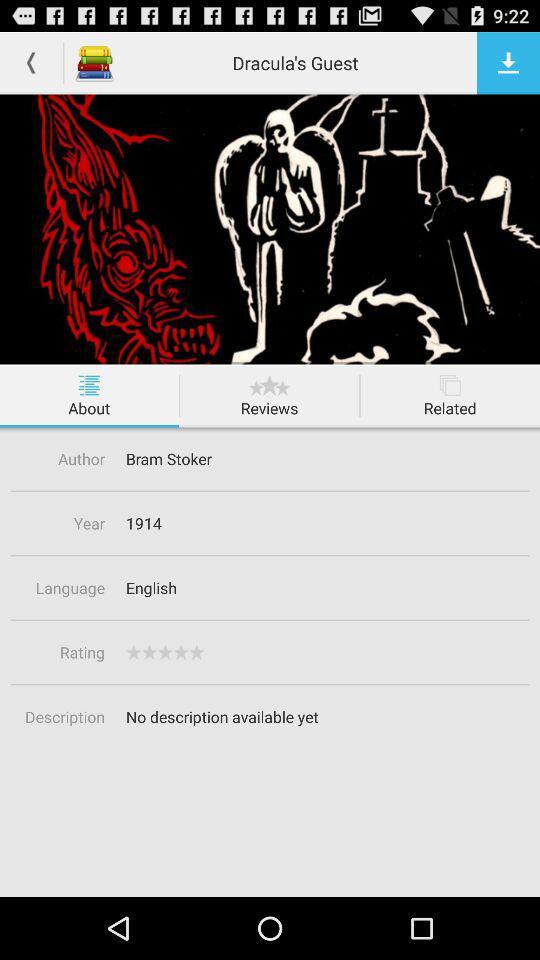 This screenshot has height=960, width=540. Describe the element at coordinates (30, 62) in the screenshot. I see `go back` at that location.